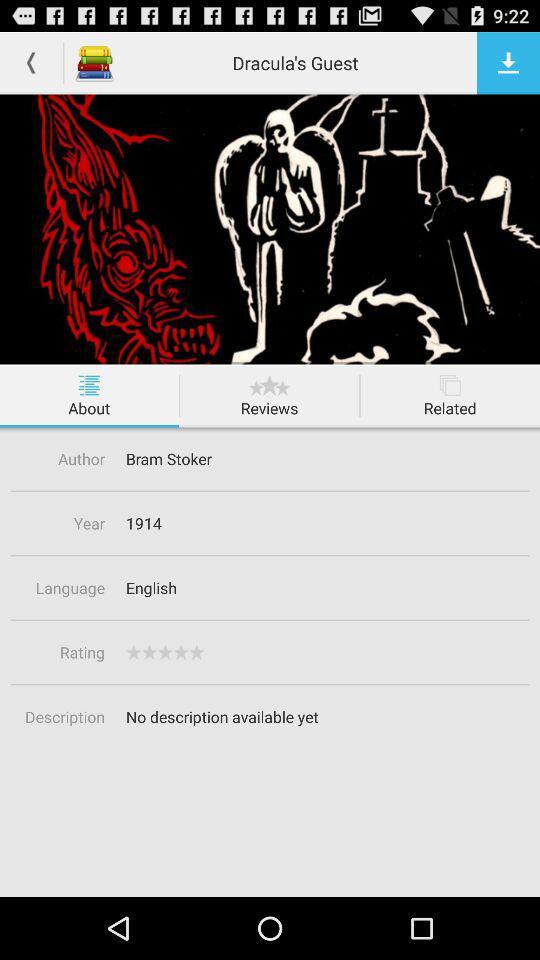 This screenshot has height=960, width=540. Describe the element at coordinates (30, 62) in the screenshot. I see `go back` at that location.